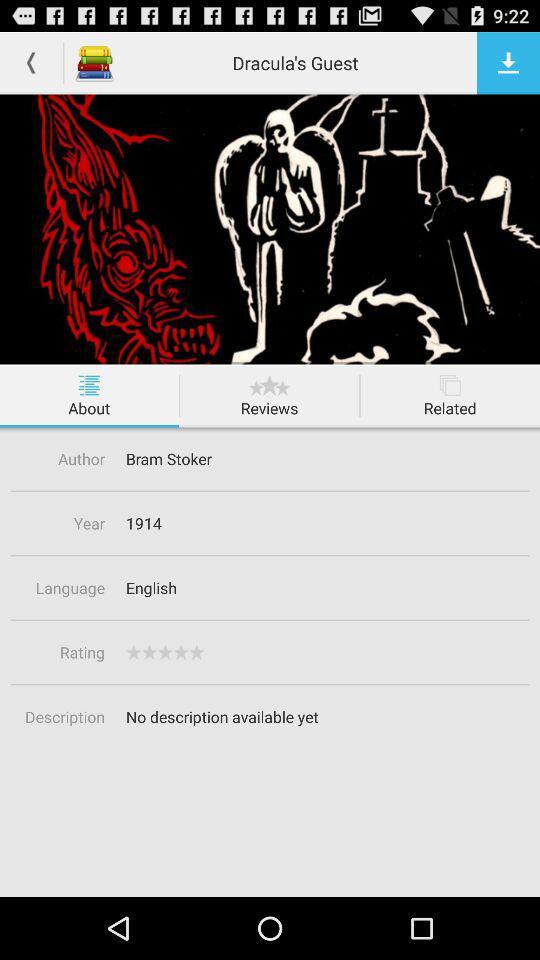 This screenshot has height=960, width=540. Describe the element at coordinates (30, 62) in the screenshot. I see `go back` at that location.